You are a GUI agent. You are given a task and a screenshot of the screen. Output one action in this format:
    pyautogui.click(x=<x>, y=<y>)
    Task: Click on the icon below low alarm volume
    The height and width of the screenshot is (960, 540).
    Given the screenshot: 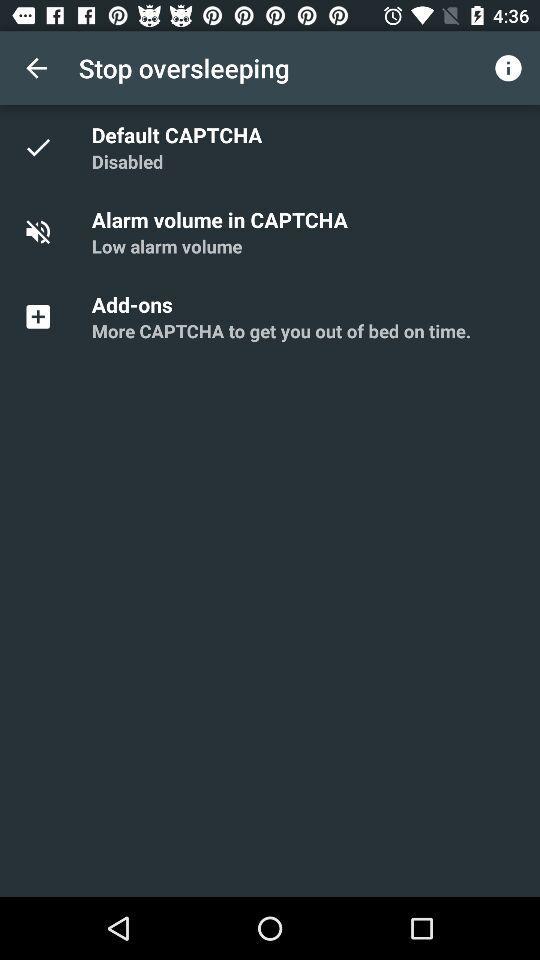 What is the action you would take?
    pyautogui.click(x=135, y=304)
    